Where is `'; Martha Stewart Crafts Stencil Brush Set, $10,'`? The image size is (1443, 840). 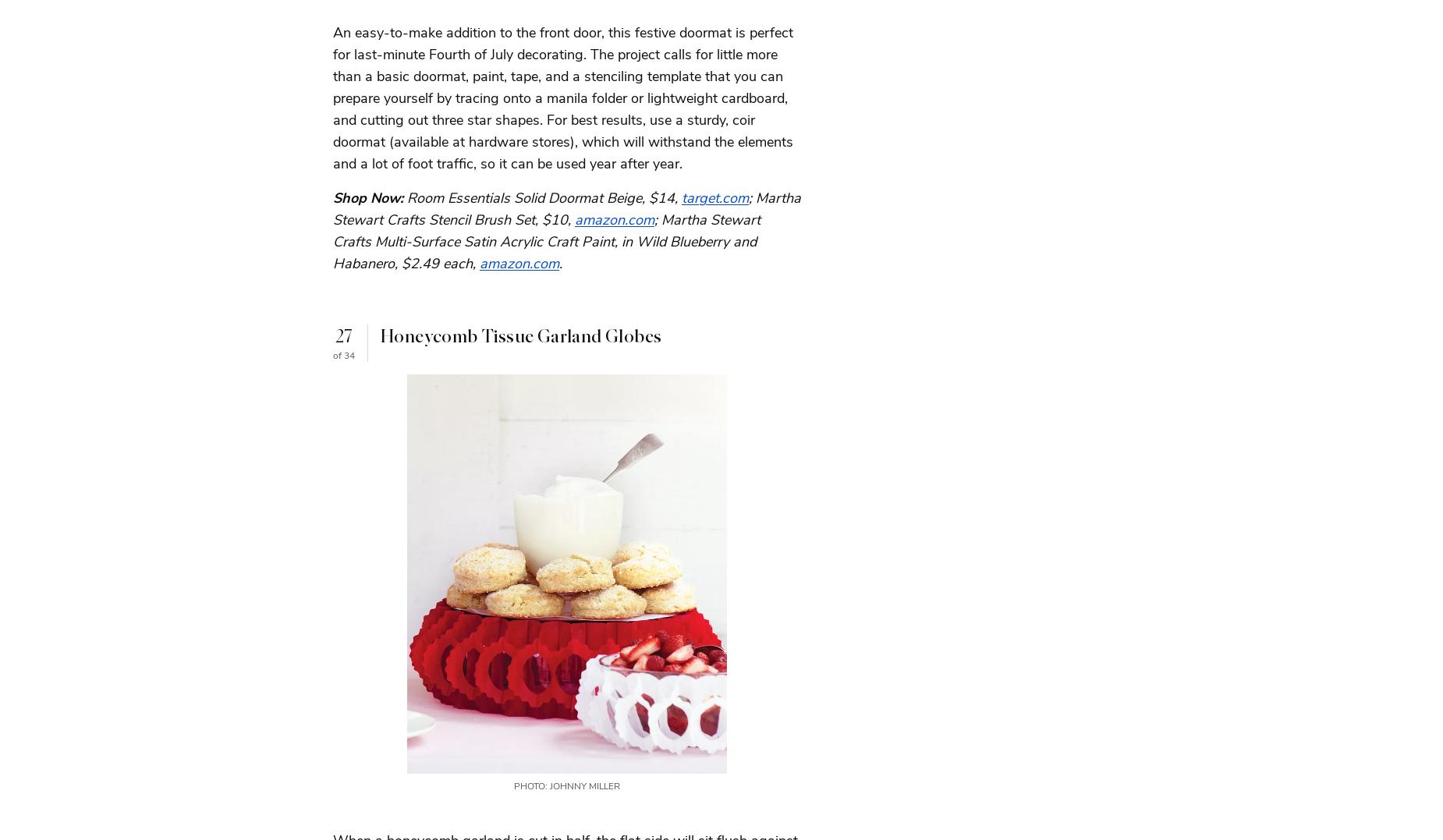 '; Martha Stewart Crafts Stencil Brush Set, $10,' is located at coordinates (567, 207).